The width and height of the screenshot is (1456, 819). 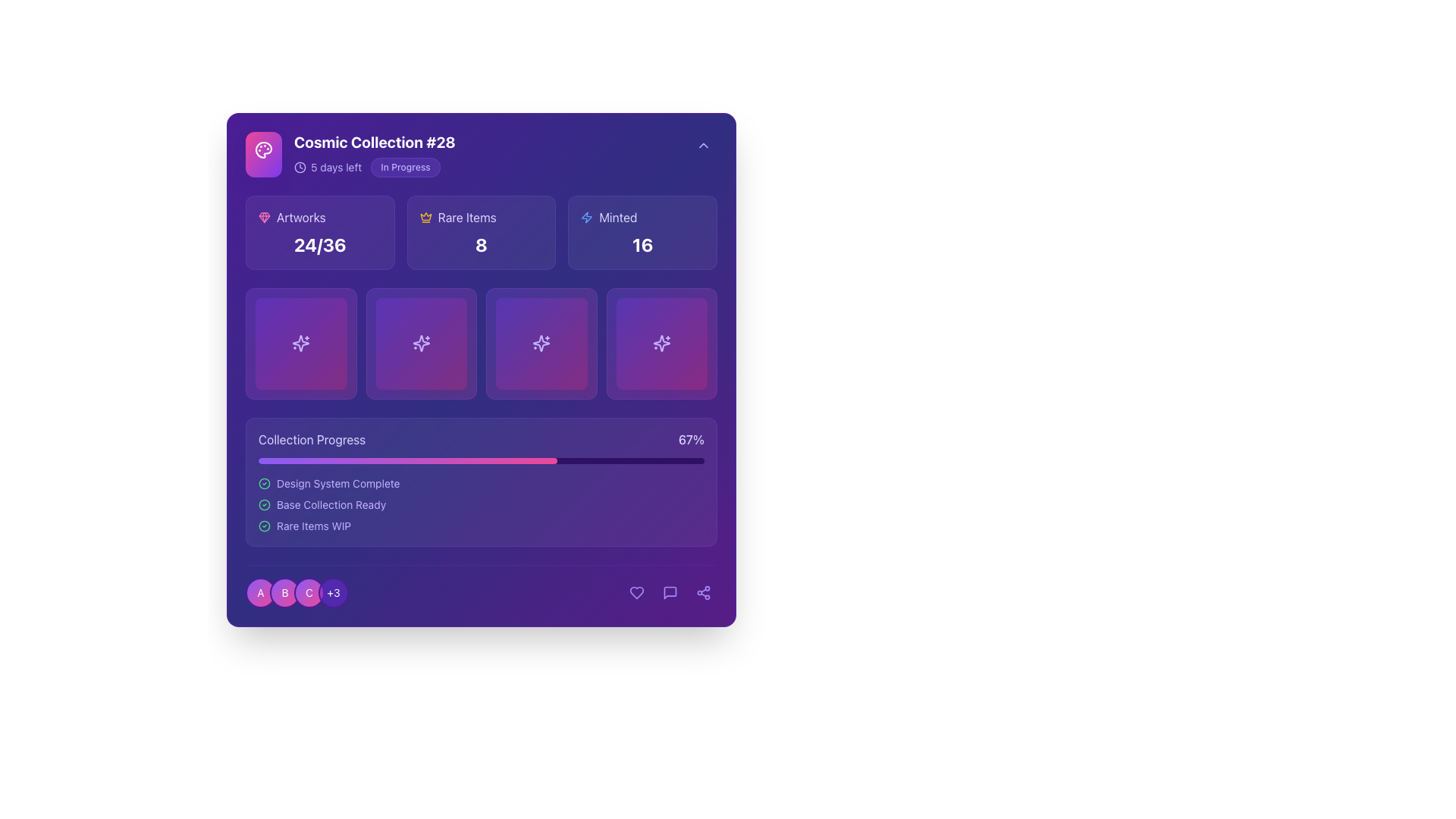 I want to click on numeric indicator displayed in the bottom-right corner of the 'Rare Items' card, which shows the count of rare items, so click(x=480, y=244).